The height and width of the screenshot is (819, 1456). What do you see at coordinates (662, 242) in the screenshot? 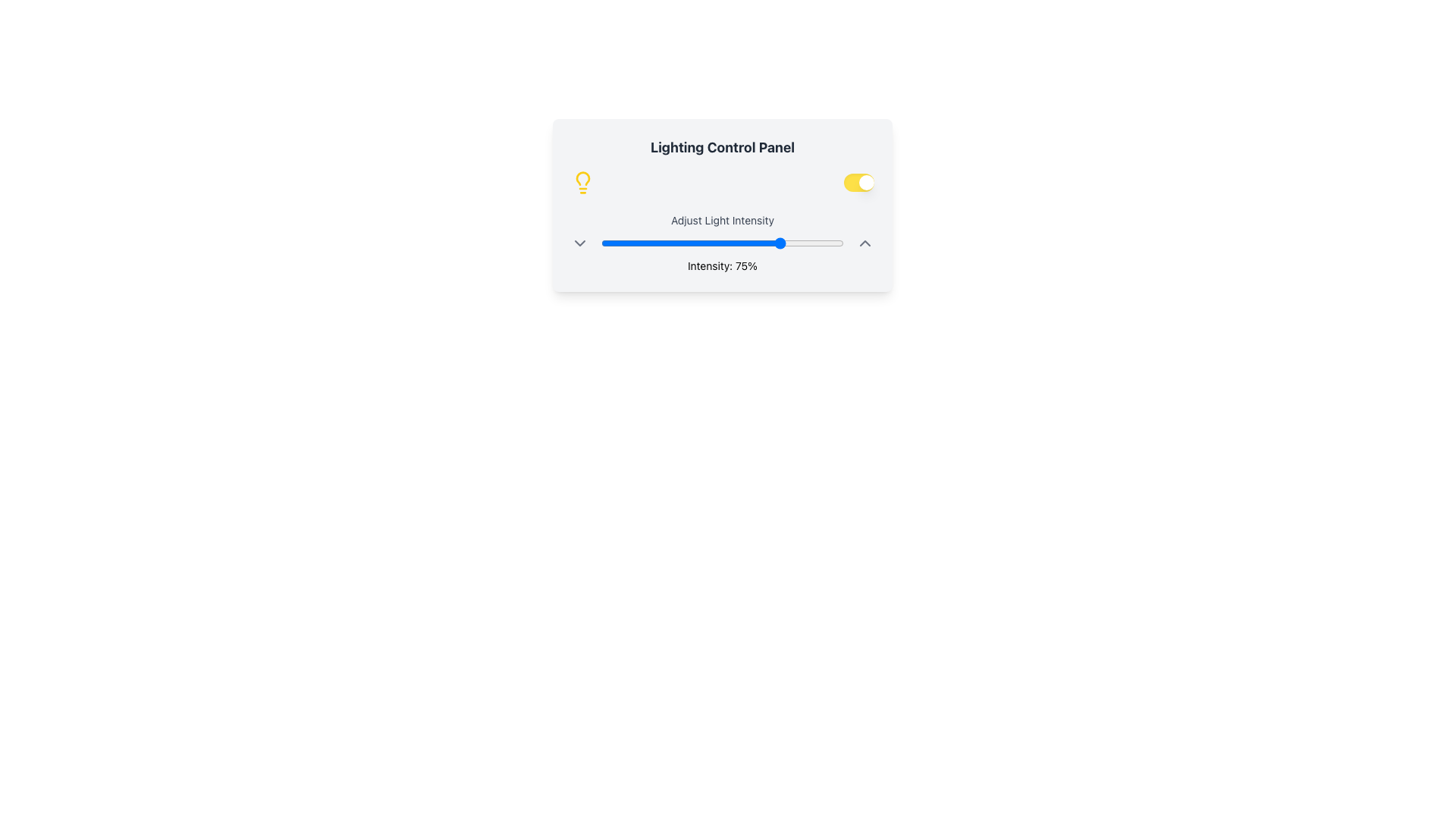
I see `light intensity` at bounding box center [662, 242].